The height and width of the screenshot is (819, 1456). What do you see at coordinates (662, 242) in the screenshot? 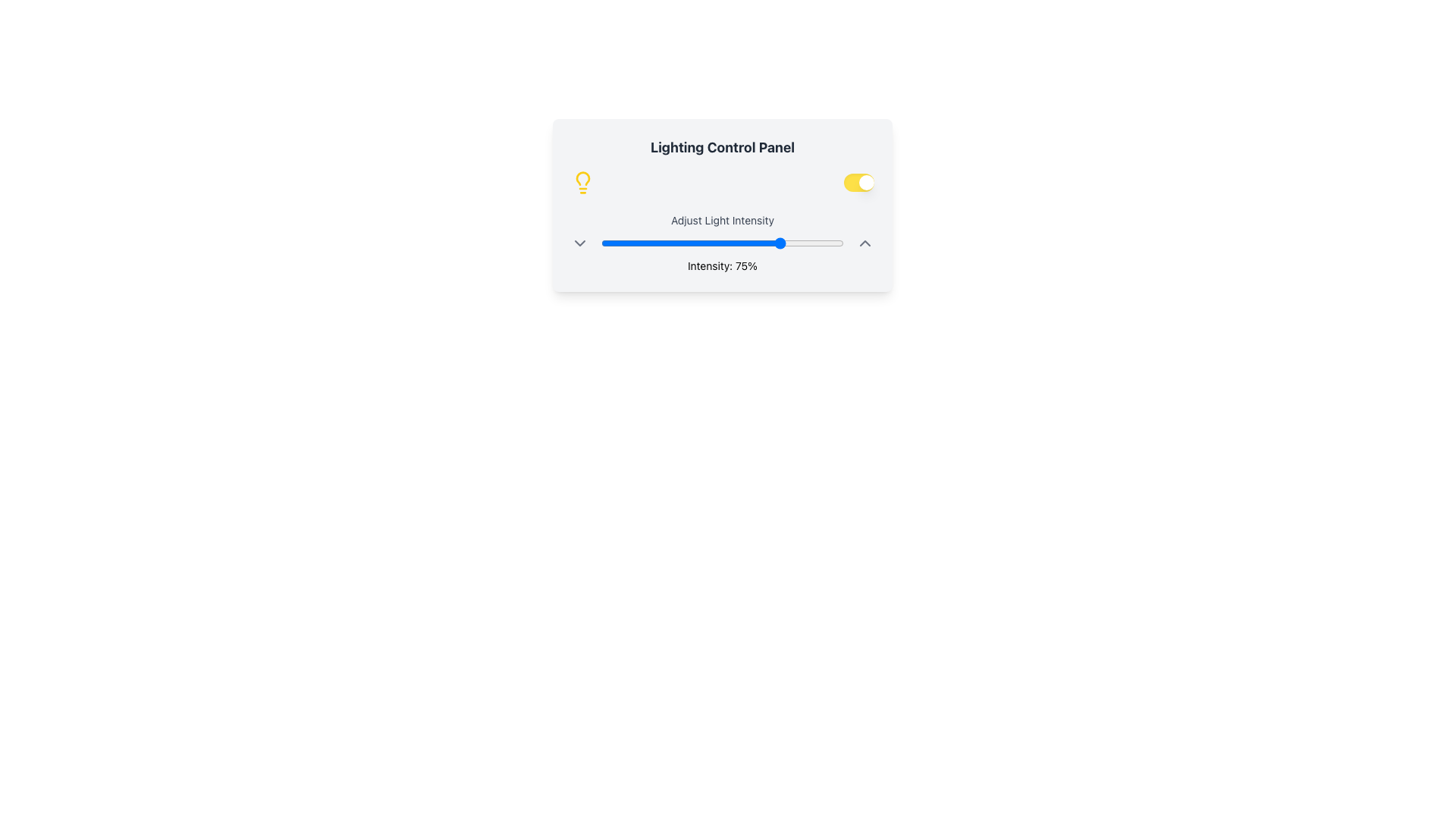
I see `light intensity` at bounding box center [662, 242].